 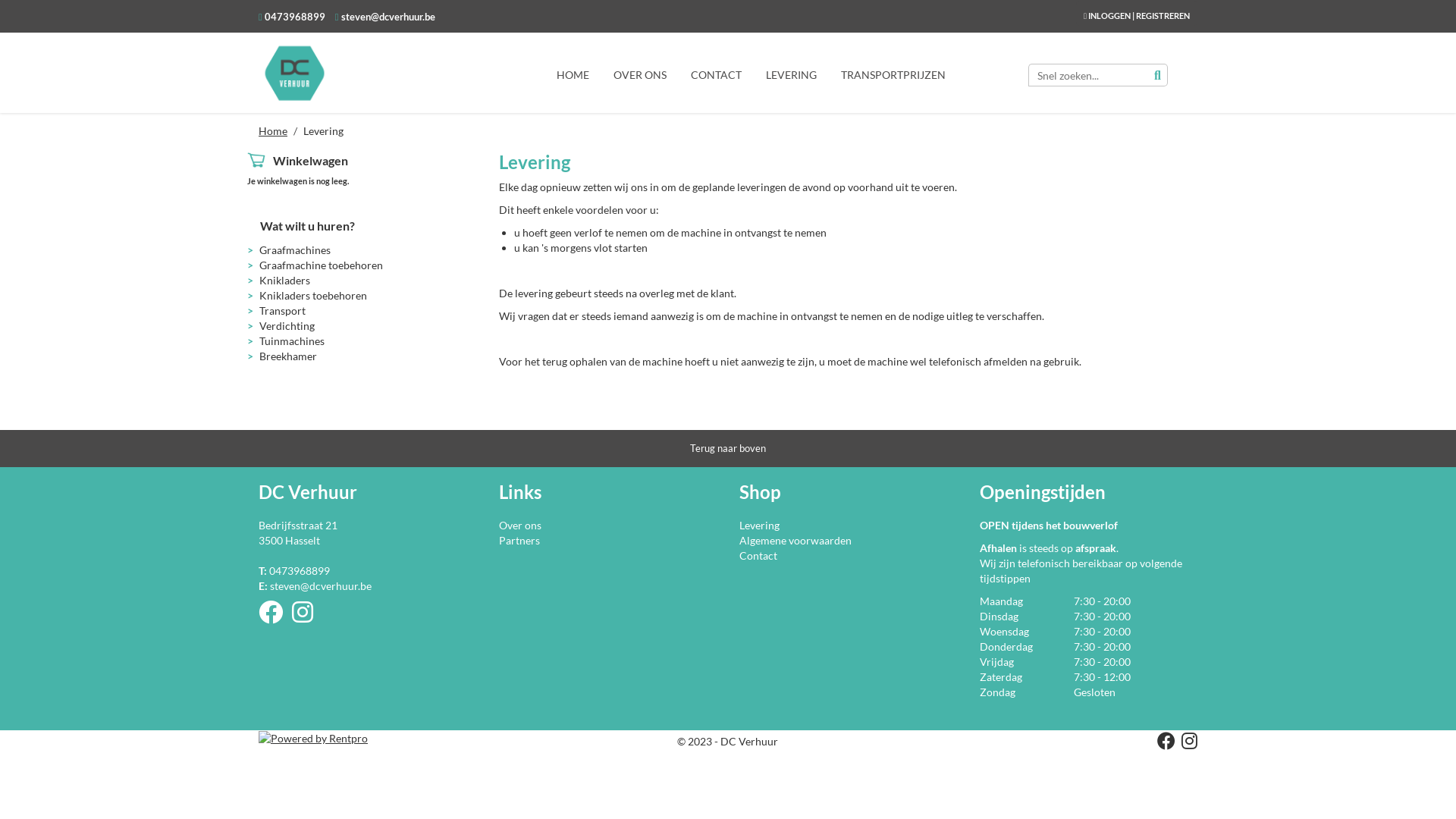 What do you see at coordinates (294, 249) in the screenshot?
I see `'Graafmachines'` at bounding box center [294, 249].